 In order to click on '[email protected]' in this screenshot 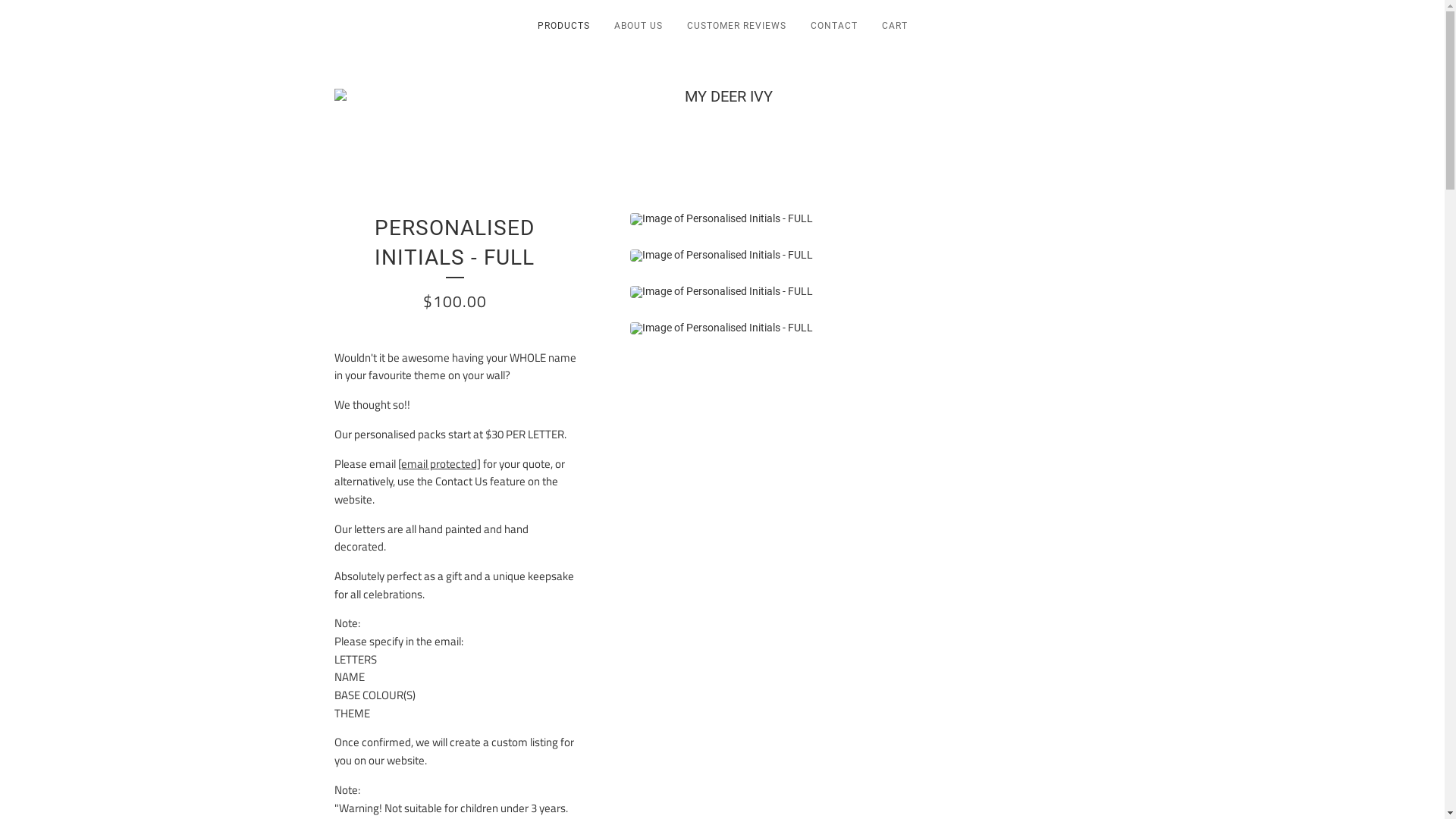, I will do `click(438, 463)`.